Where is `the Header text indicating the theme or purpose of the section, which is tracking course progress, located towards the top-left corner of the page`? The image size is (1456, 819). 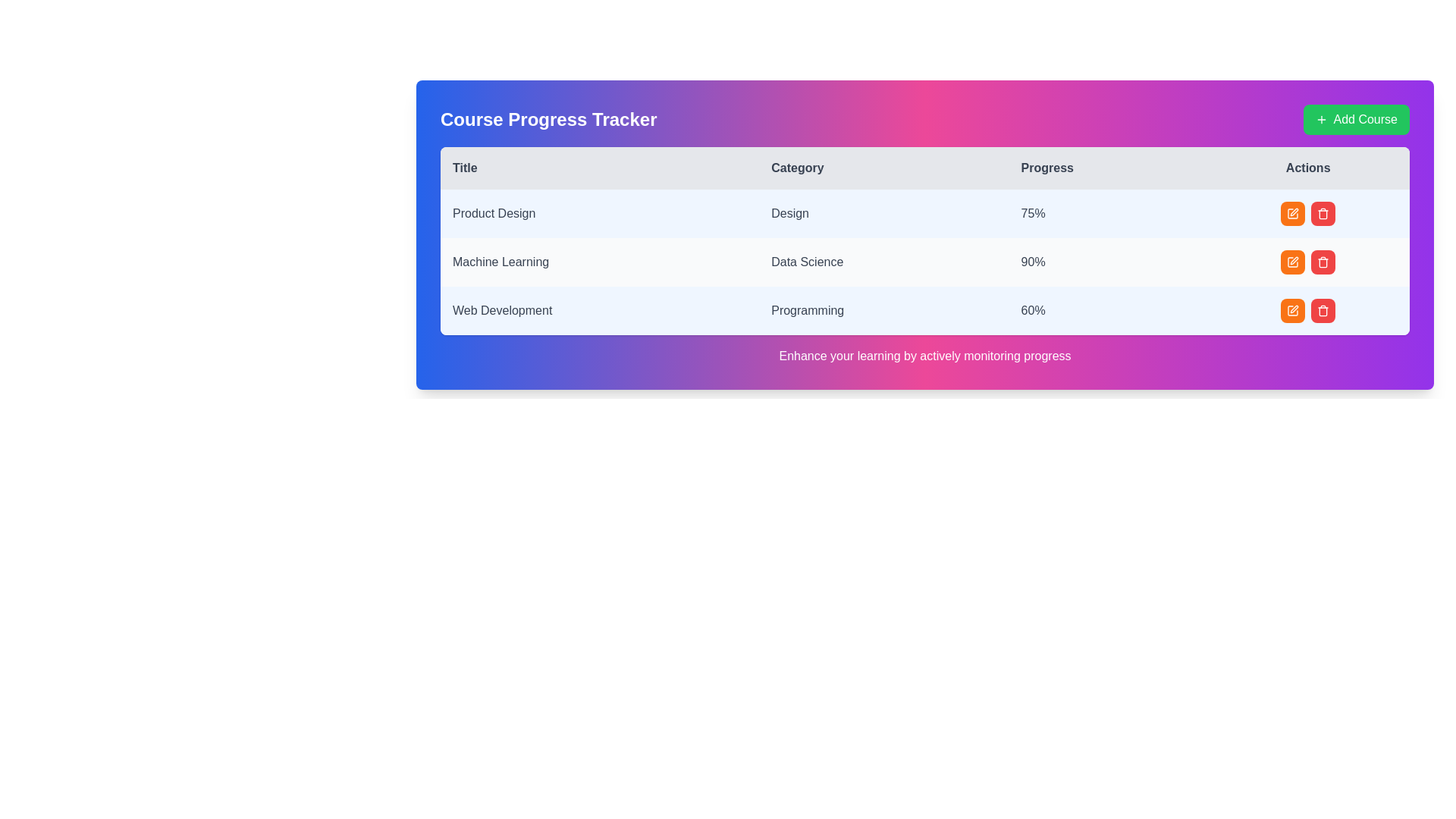 the Header text indicating the theme or purpose of the section, which is tracking course progress, located towards the top-left corner of the page is located at coordinates (548, 119).